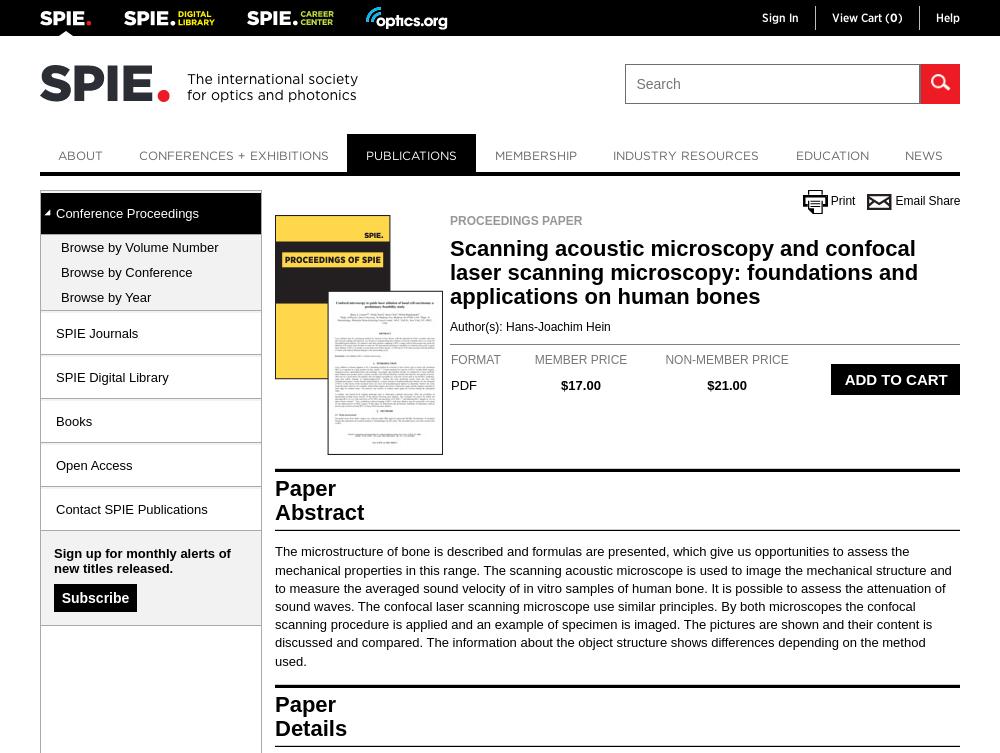 The height and width of the screenshot is (753, 1000). I want to click on '$17.00', so click(561, 384).